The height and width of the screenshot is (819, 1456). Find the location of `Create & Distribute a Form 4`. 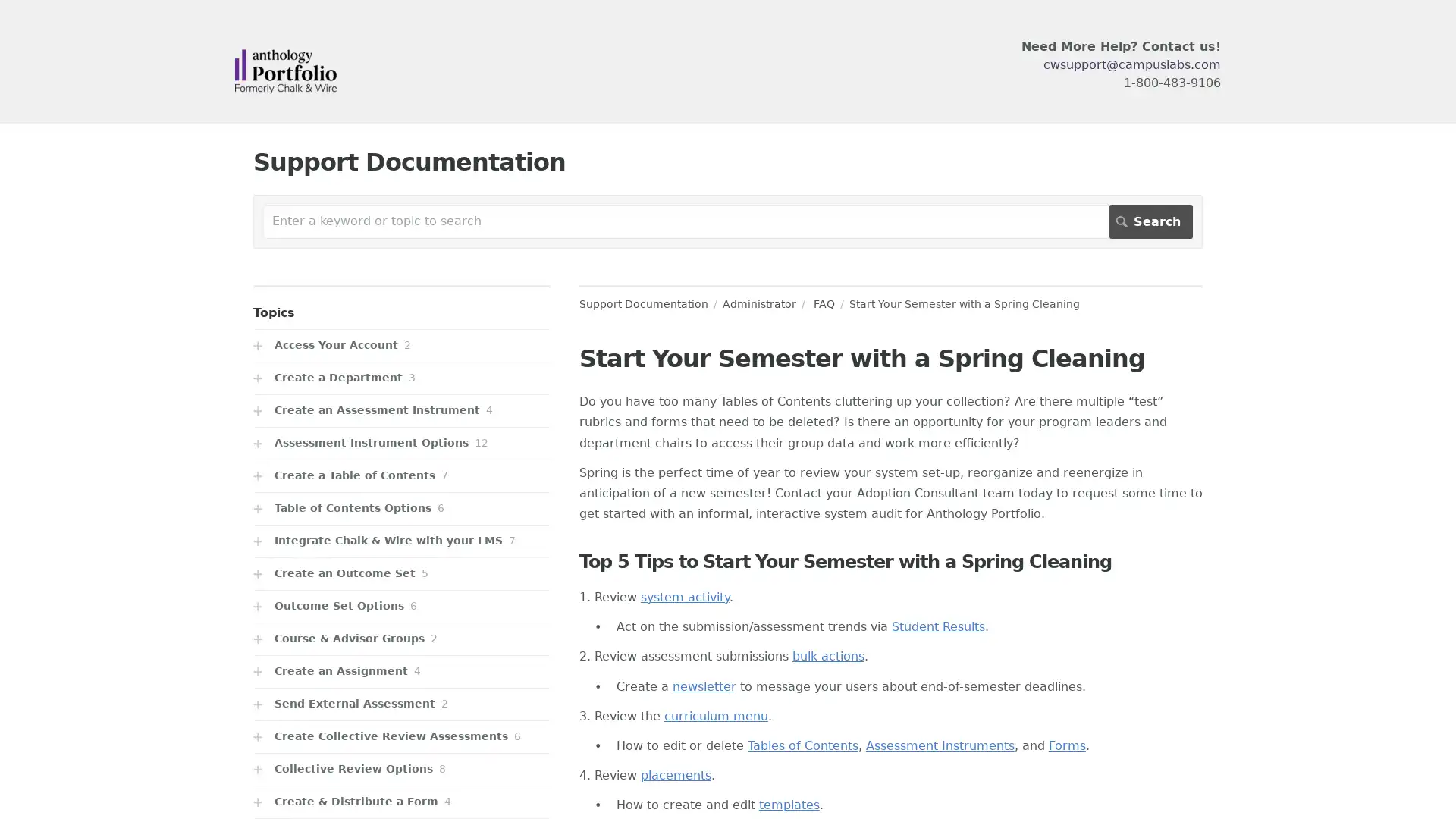

Create & Distribute a Form 4 is located at coordinates (401, 801).